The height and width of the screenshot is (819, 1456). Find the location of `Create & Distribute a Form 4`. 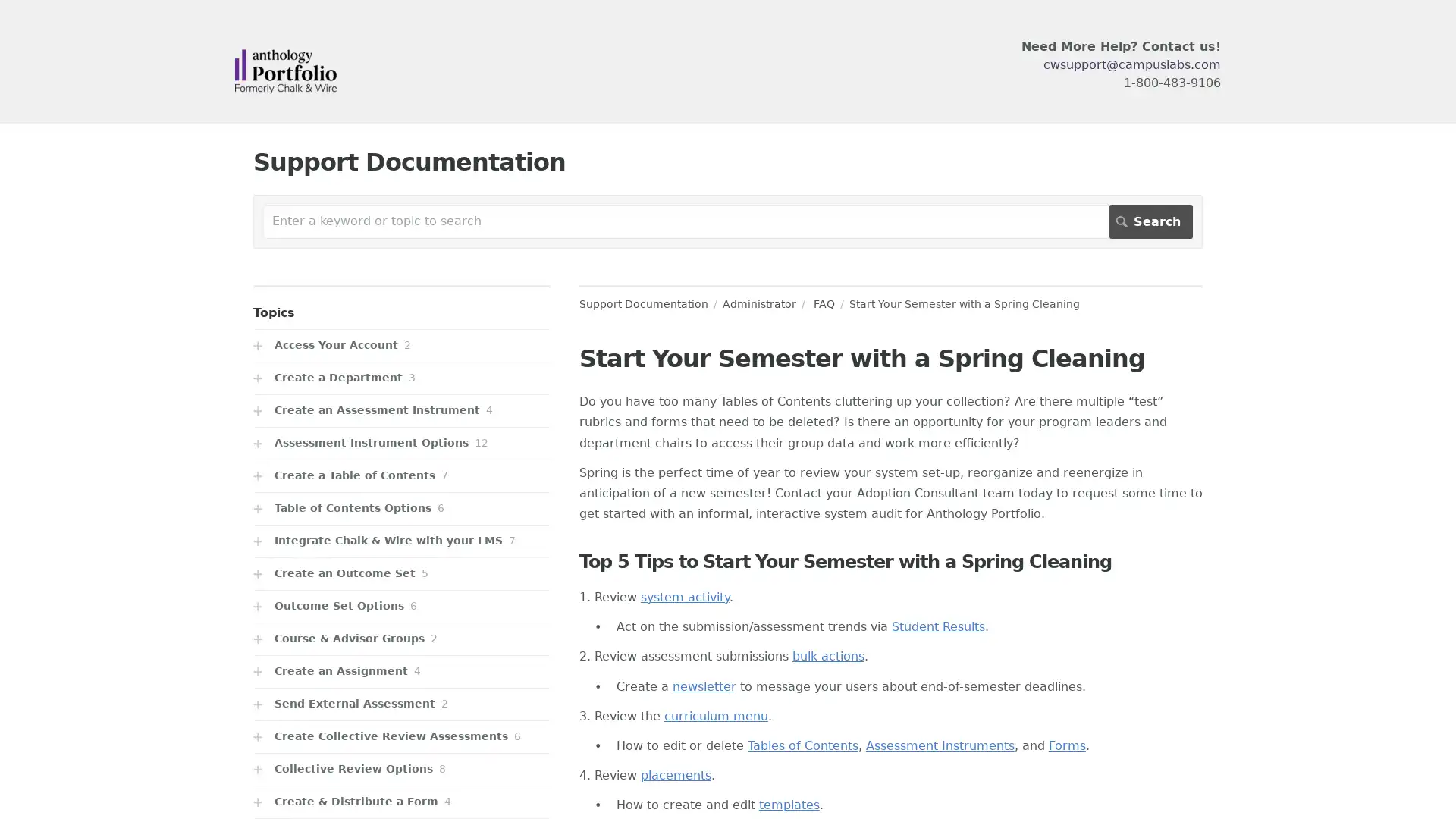

Create & Distribute a Form 4 is located at coordinates (401, 801).